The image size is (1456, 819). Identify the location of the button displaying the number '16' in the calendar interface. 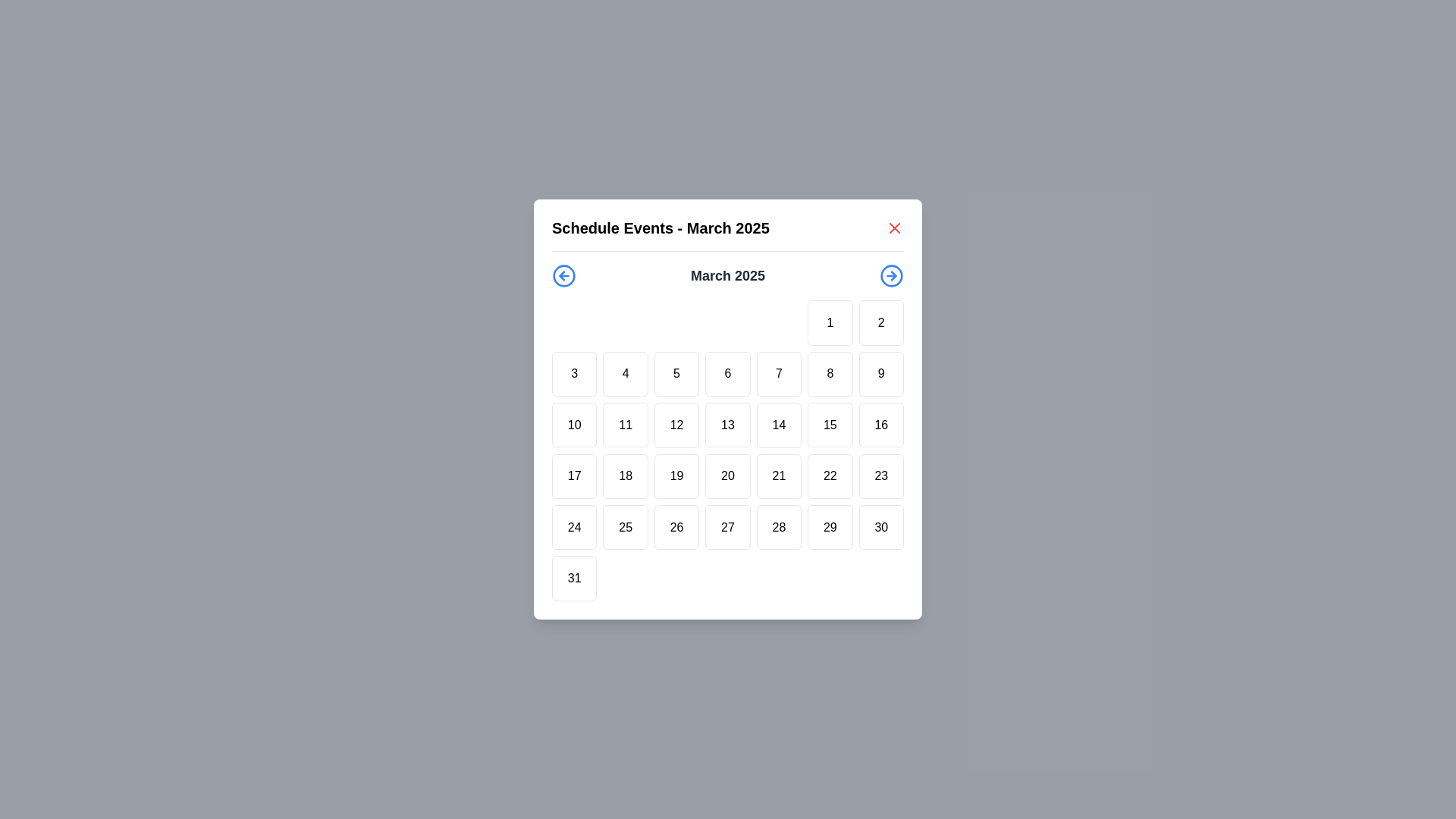
(881, 425).